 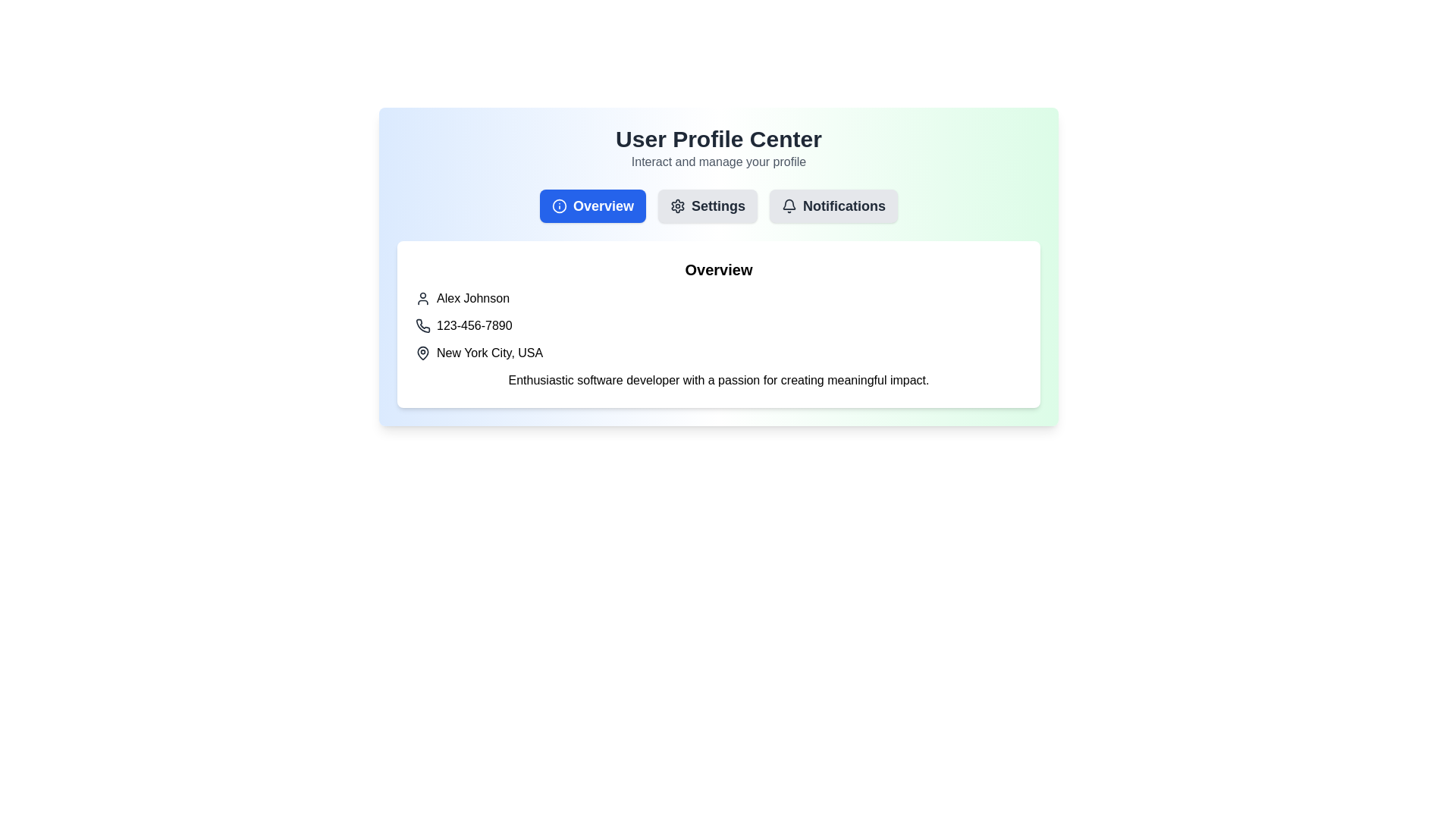 I want to click on the decorative gear-shaped icon located beneath the 'Settings' label in the top center of the interface, so click(x=676, y=206).